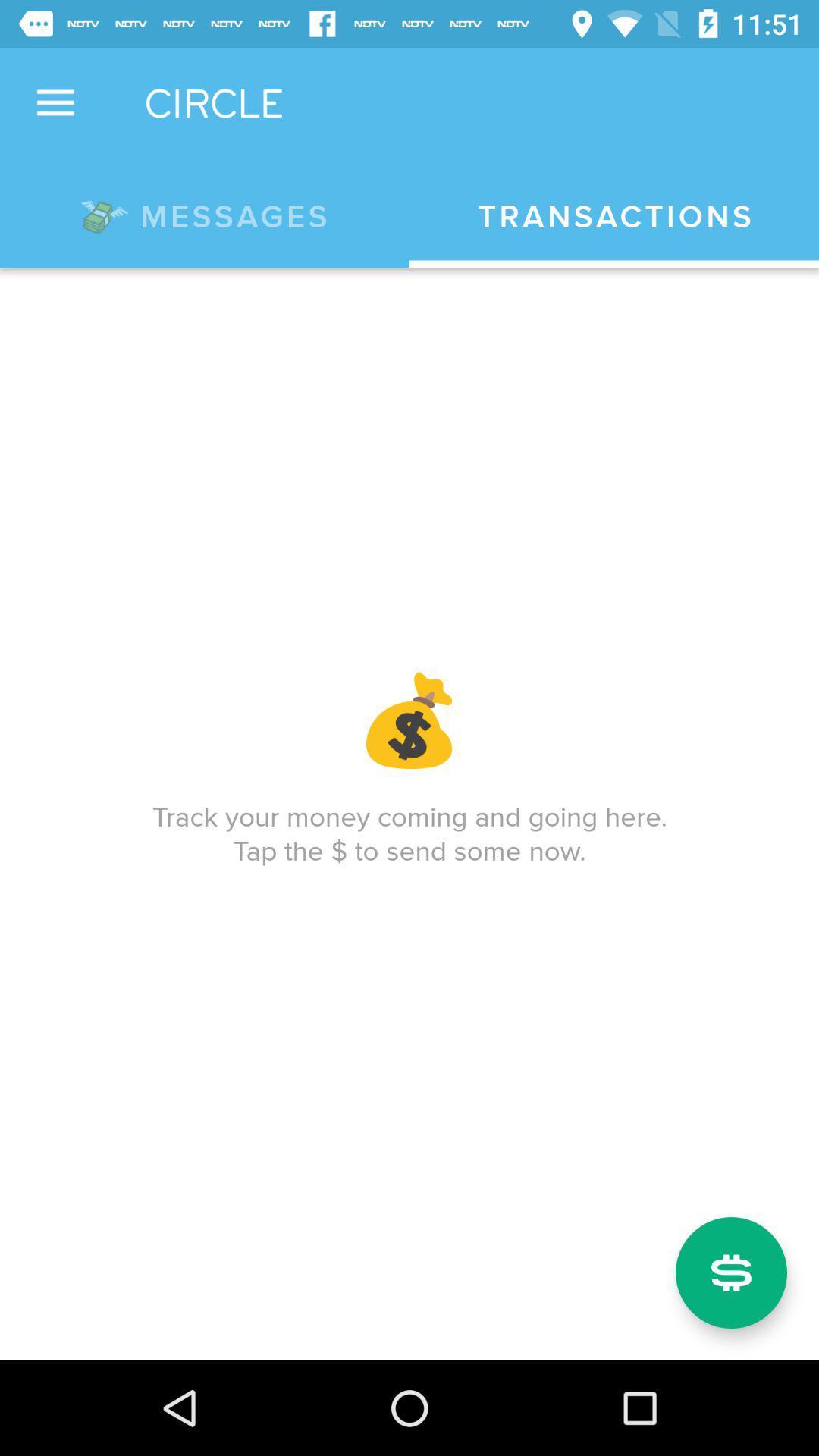 The image size is (819, 1456). Describe the element at coordinates (205, 213) in the screenshot. I see `the *messages app` at that location.